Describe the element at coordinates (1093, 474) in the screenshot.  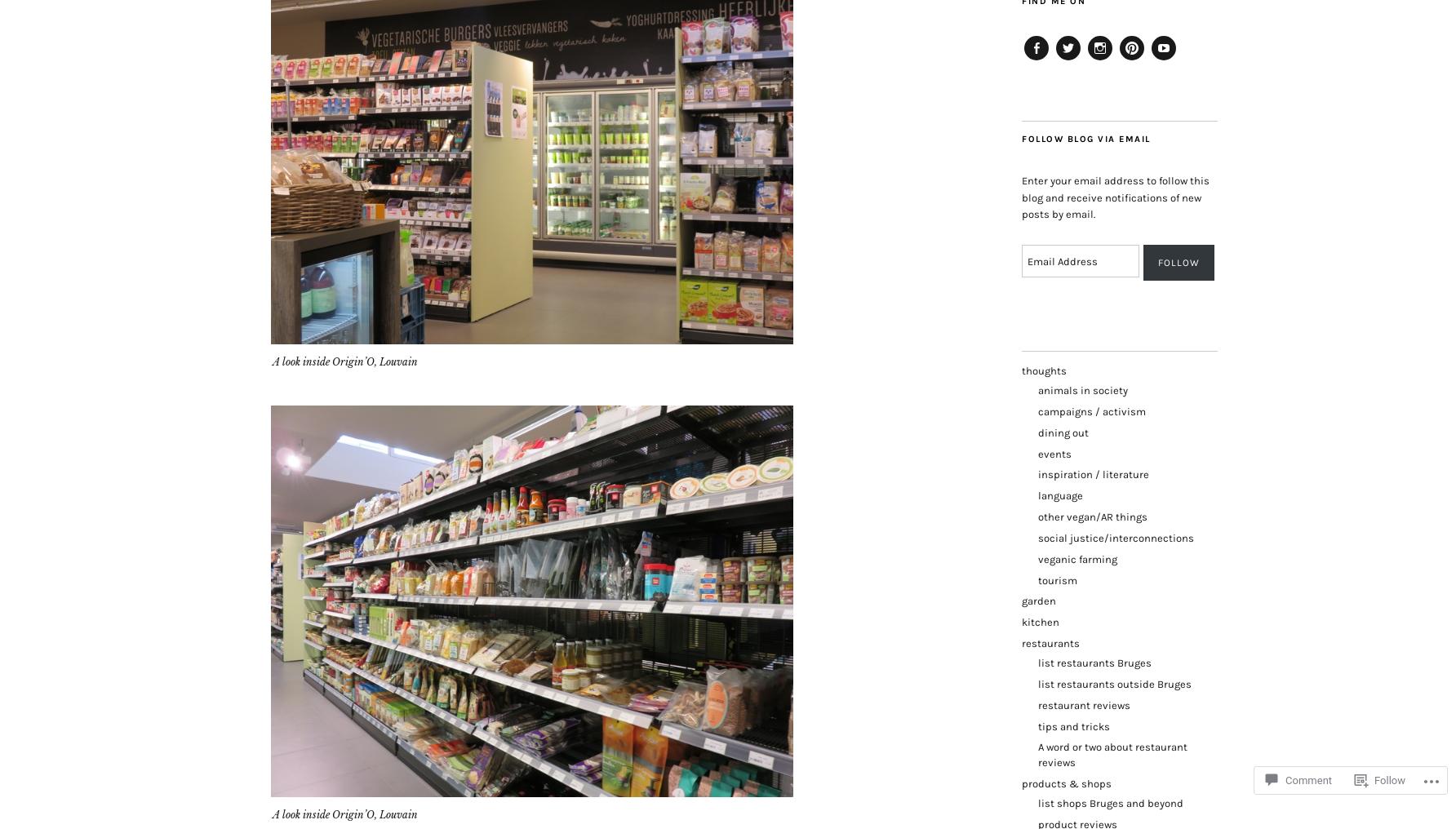
I see `'inspiration / literature'` at that location.